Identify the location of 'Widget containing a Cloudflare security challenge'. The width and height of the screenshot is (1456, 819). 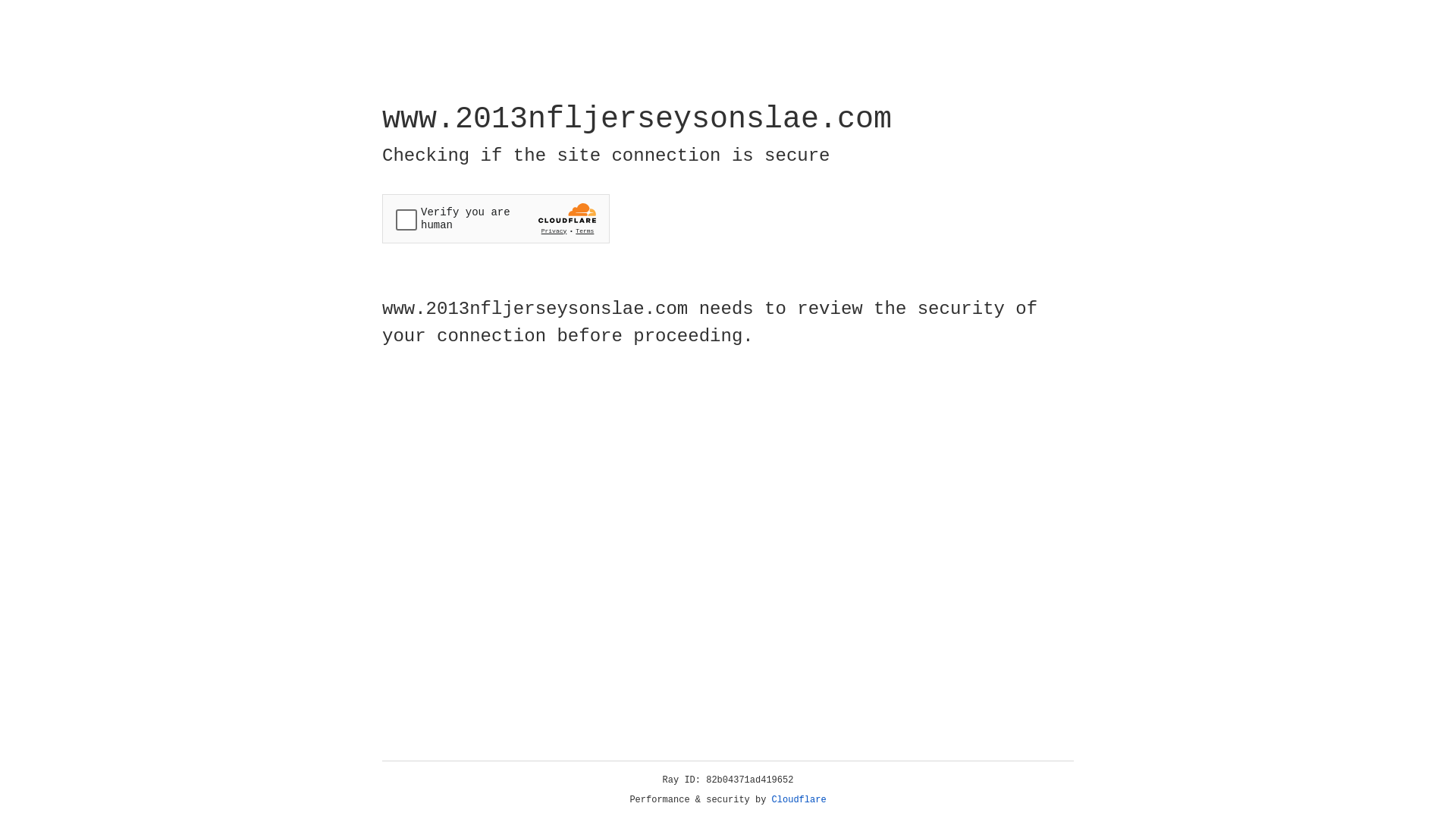
(495, 218).